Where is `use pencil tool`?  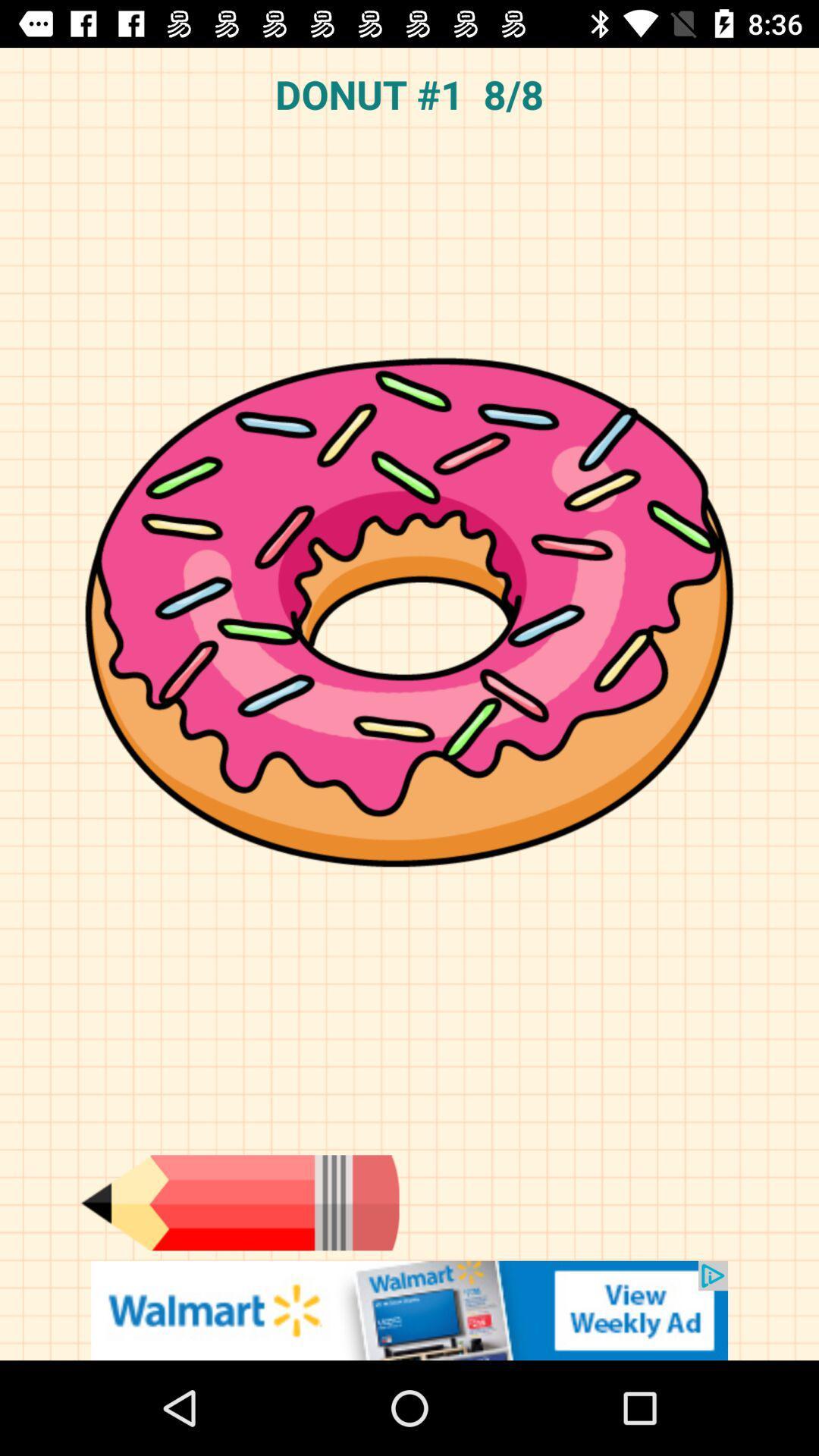 use pencil tool is located at coordinates (239, 1202).